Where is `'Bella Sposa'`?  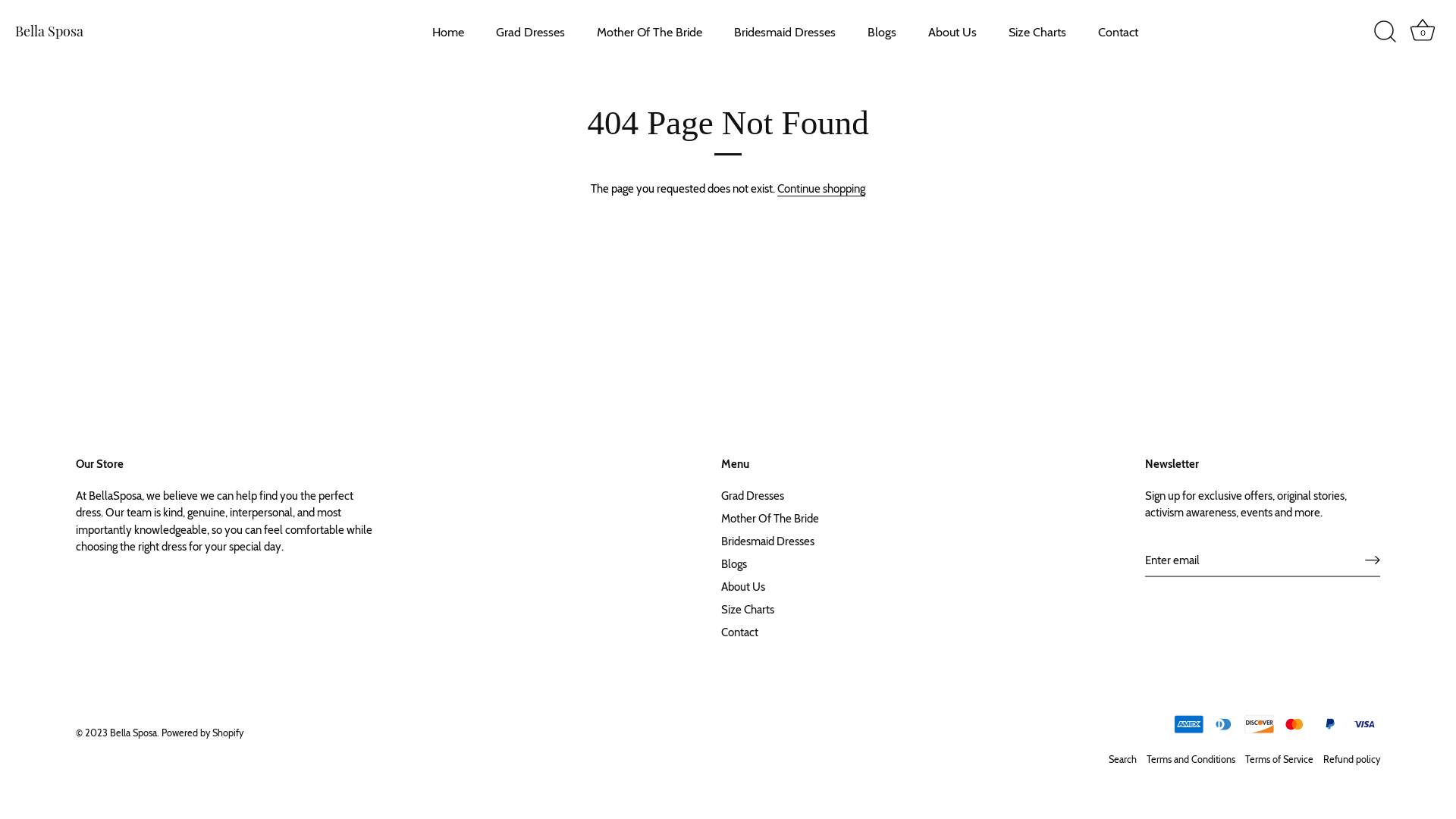 'Bella Sposa' is located at coordinates (133, 731).